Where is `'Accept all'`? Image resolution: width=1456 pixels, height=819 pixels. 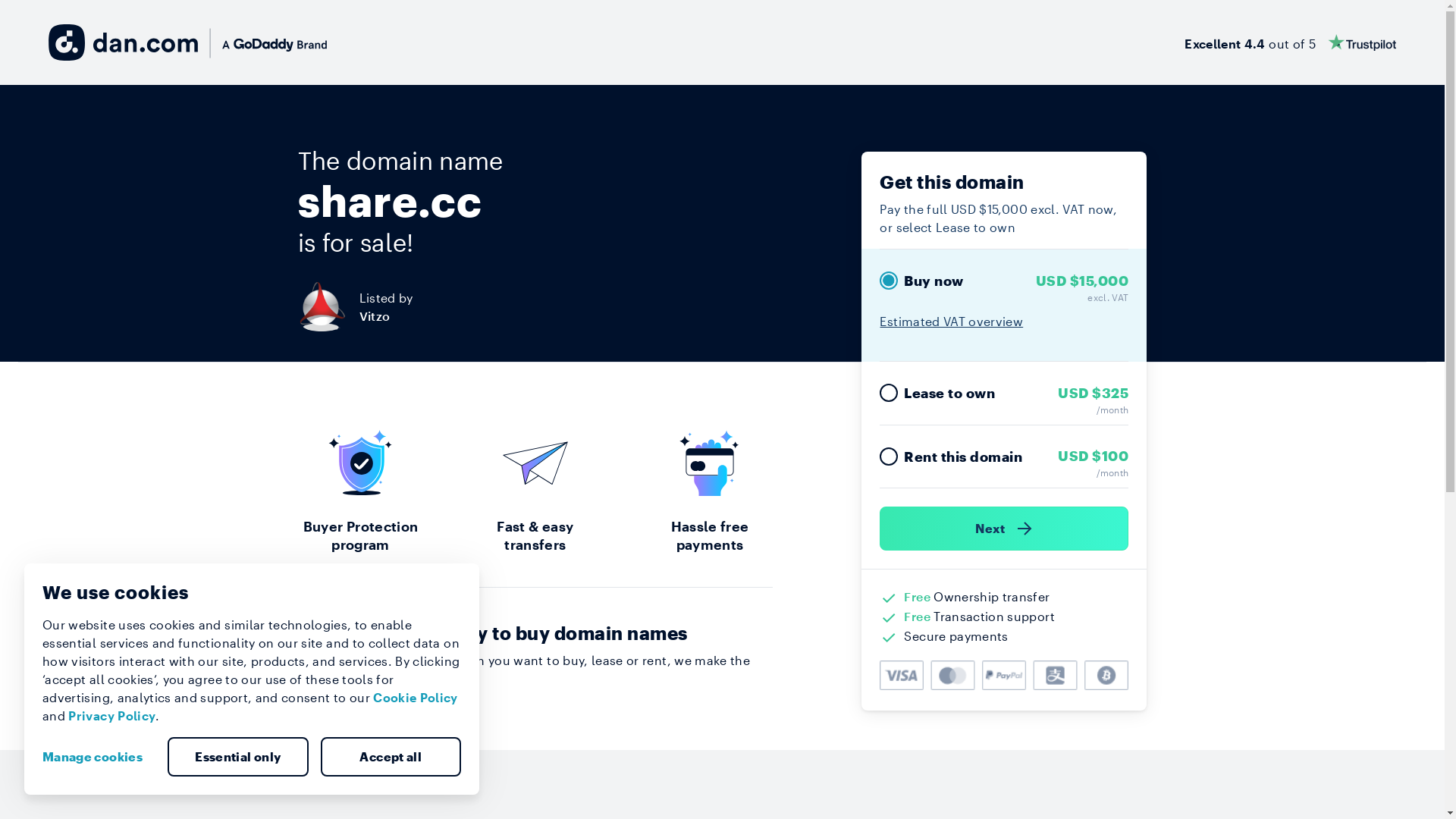
'Accept all' is located at coordinates (390, 757).